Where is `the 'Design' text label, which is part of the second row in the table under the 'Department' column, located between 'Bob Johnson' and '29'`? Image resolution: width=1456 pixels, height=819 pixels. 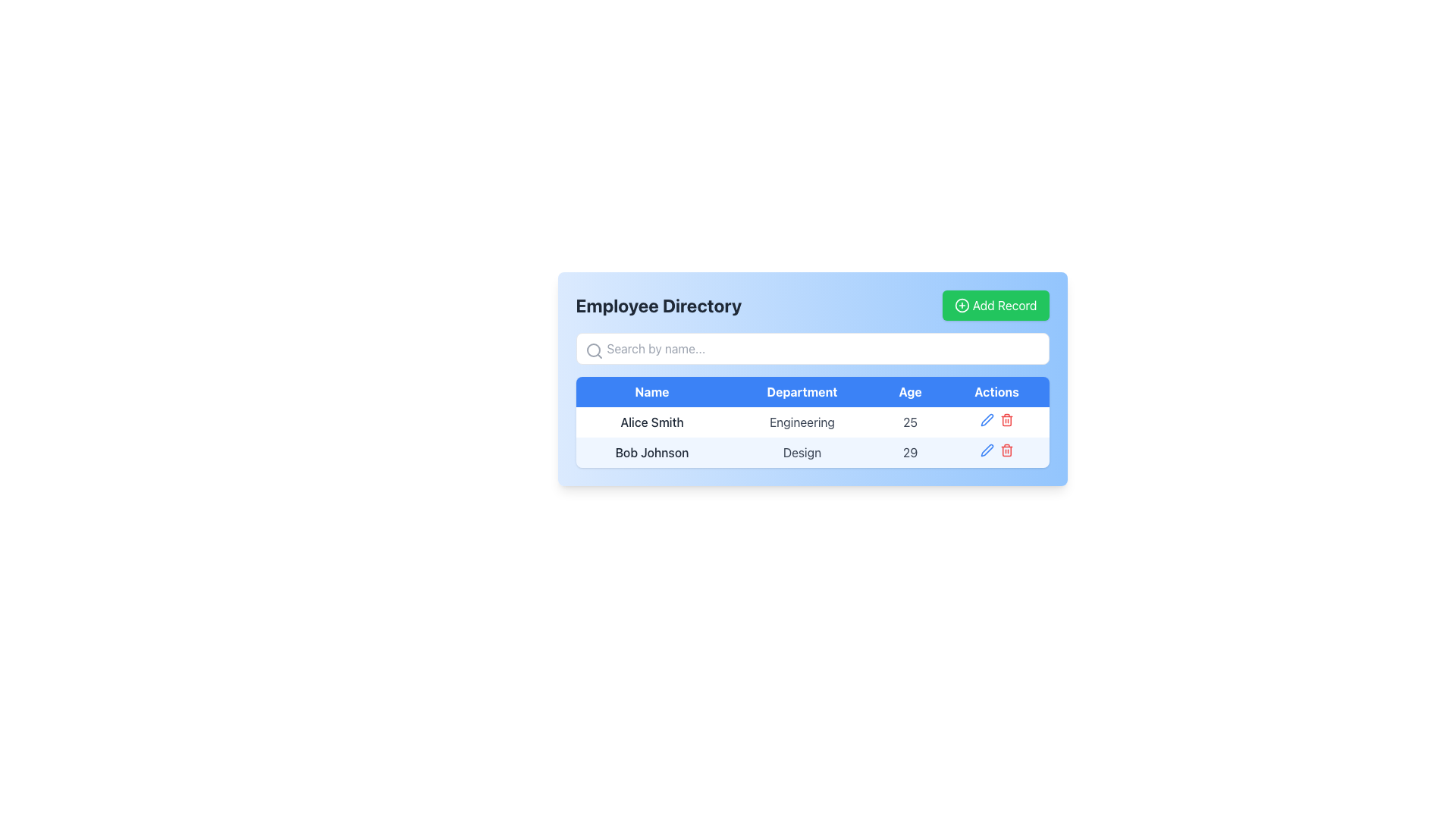
the 'Design' text label, which is part of the second row in the table under the 'Department' column, located between 'Bob Johnson' and '29' is located at coordinates (801, 452).